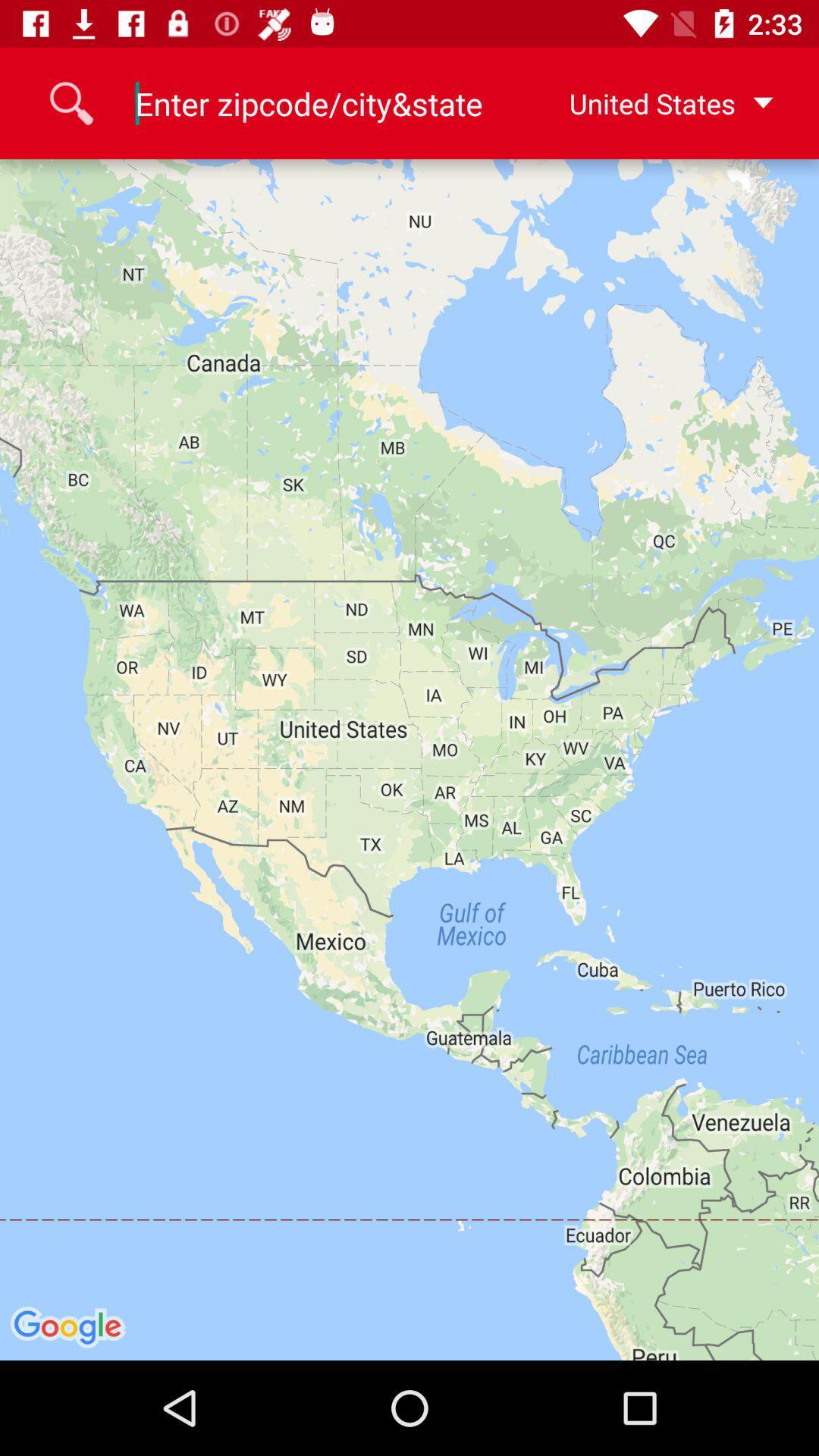 Image resolution: width=819 pixels, height=1456 pixels. Describe the element at coordinates (309, 102) in the screenshot. I see `icon to the left of the united states` at that location.